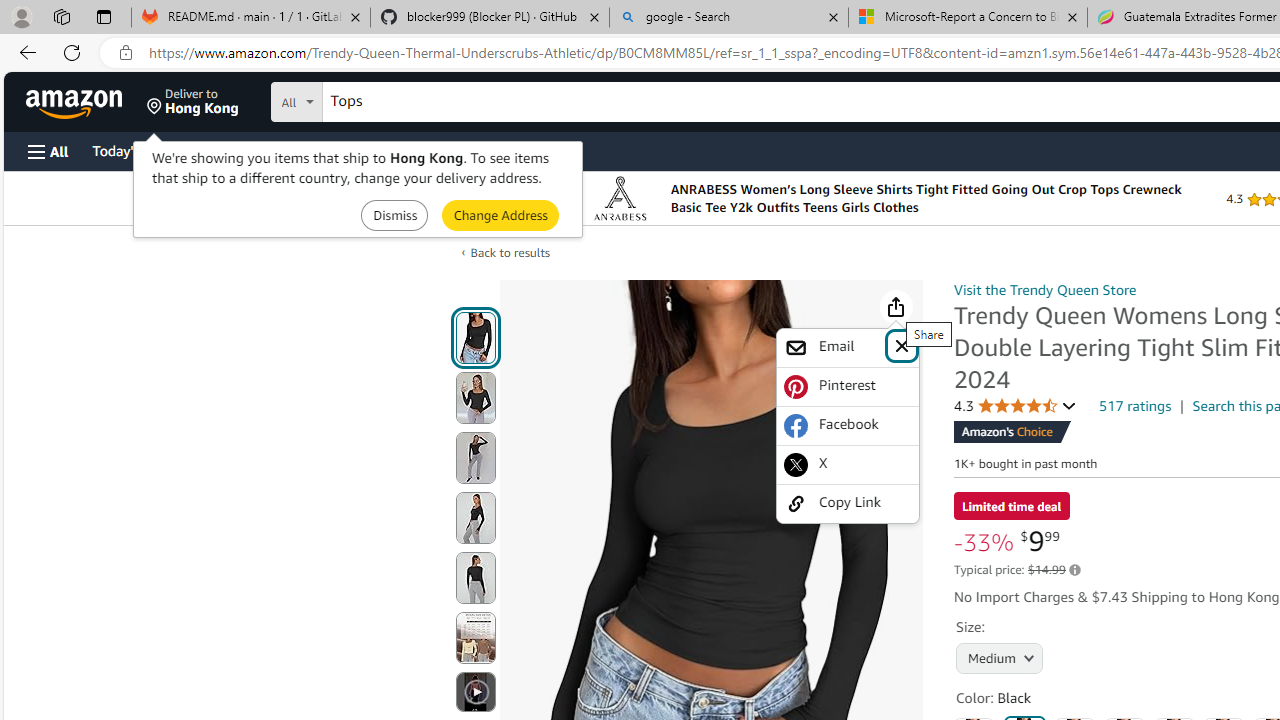 This screenshot has width=1280, height=720. What do you see at coordinates (996, 657) in the screenshot?
I see `'AutomationID: native_dropdown_selected_size_name'` at bounding box center [996, 657].